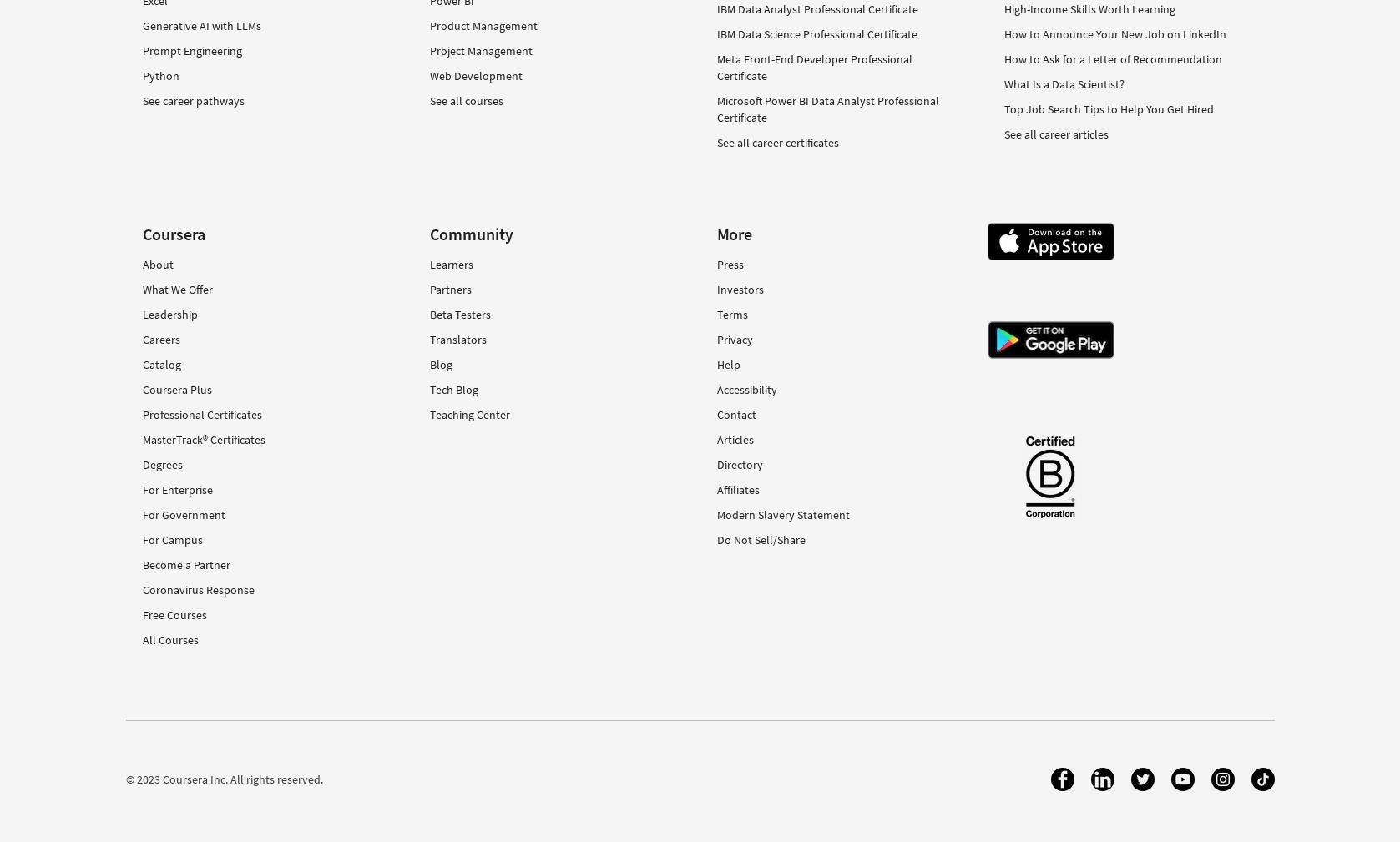 The image size is (1400, 842). What do you see at coordinates (745, 387) in the screenshot?
I see `'Accessibility'` at bounding box center [745, 387].